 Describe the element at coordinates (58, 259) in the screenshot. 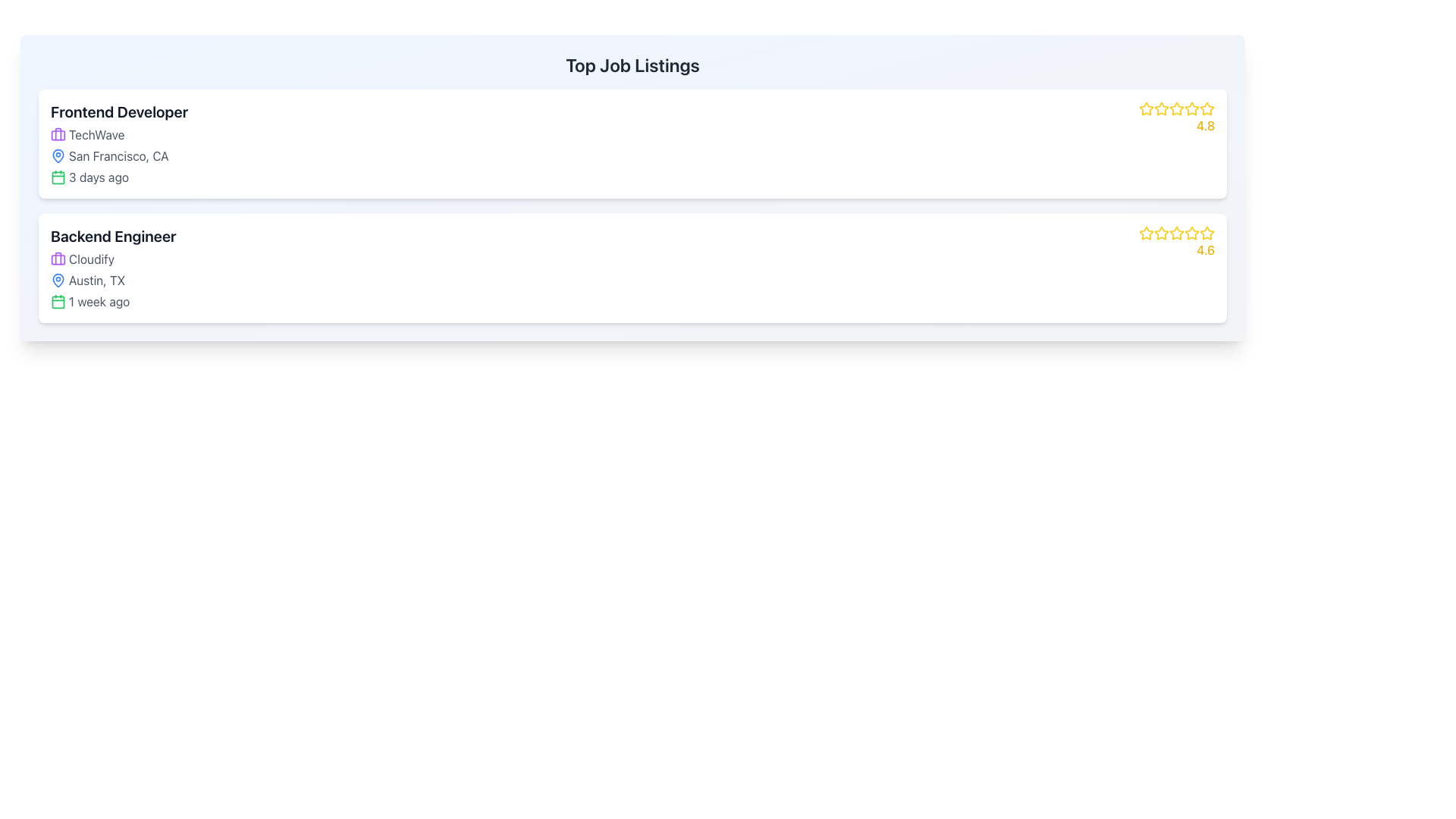

I see `the group containing the small purple briefcase icon located to the left of the 'Cloudify' text in the 'Backend Engineer' job listing` at that location.